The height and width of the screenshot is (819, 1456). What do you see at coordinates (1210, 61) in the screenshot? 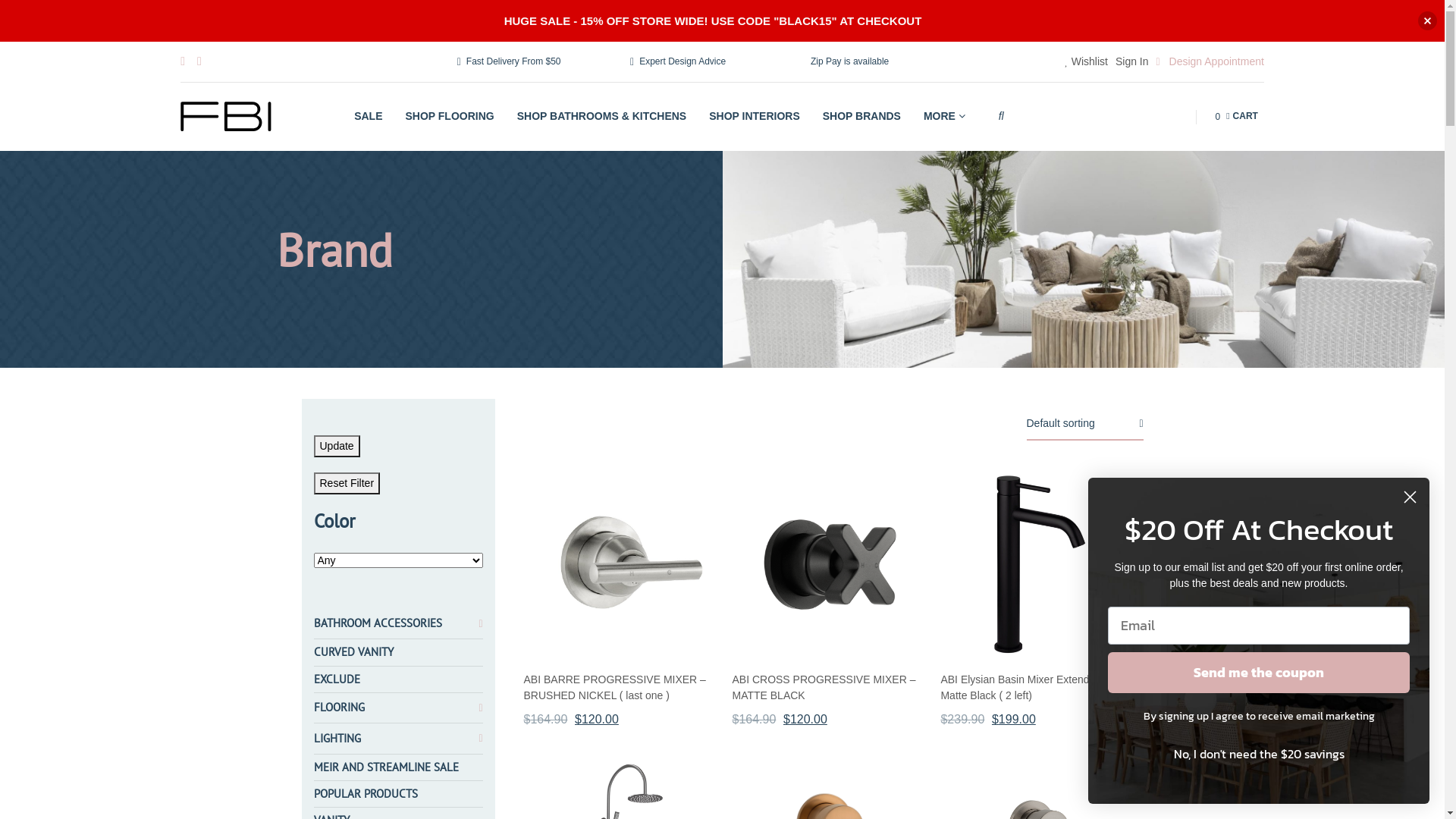
I see `'Design Appointment'` at bounding box center [1210, 61].